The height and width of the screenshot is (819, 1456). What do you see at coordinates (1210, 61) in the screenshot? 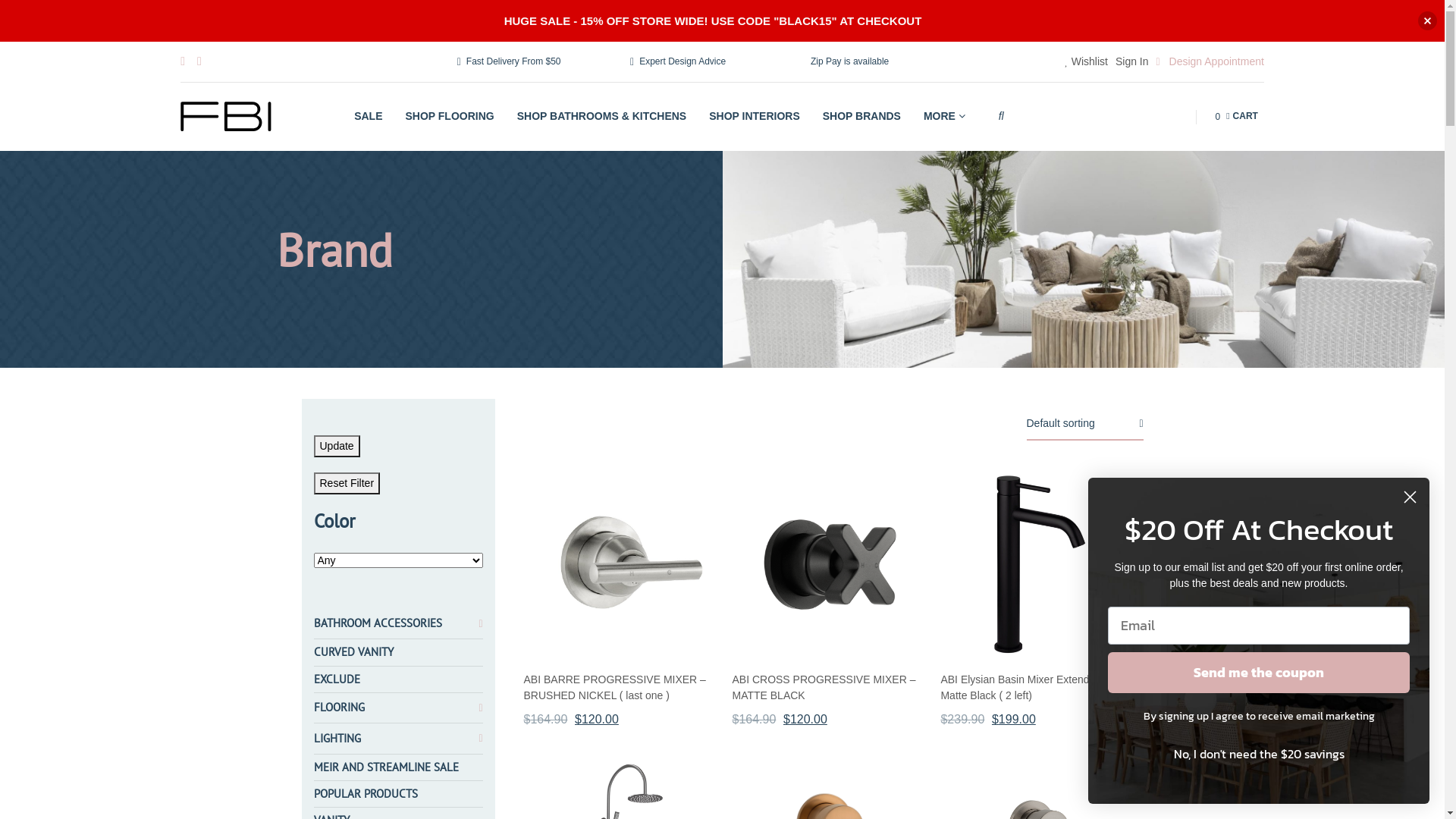
I see `'Design Appointment'` at bounding box center [1210, 61].